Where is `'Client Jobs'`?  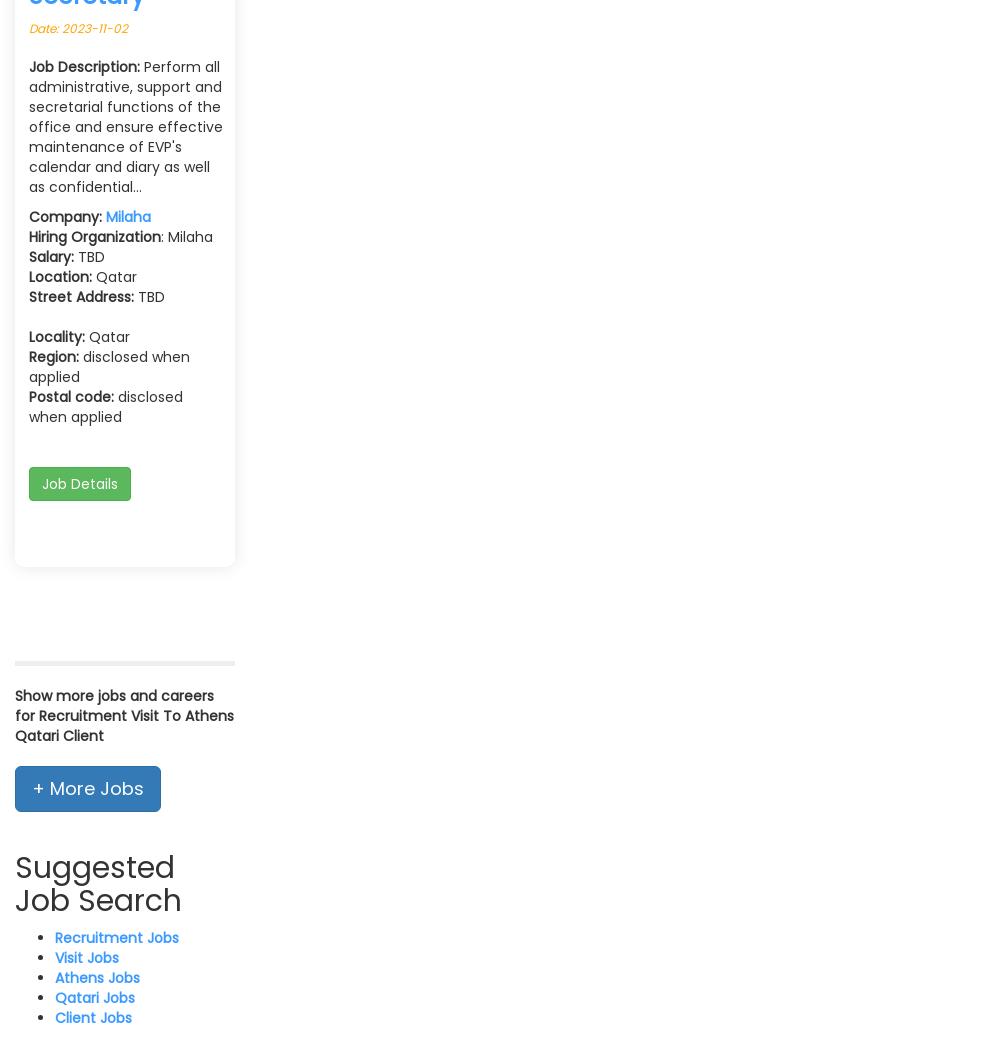 'Client Jobs' is located at coordinates (93, 1016).